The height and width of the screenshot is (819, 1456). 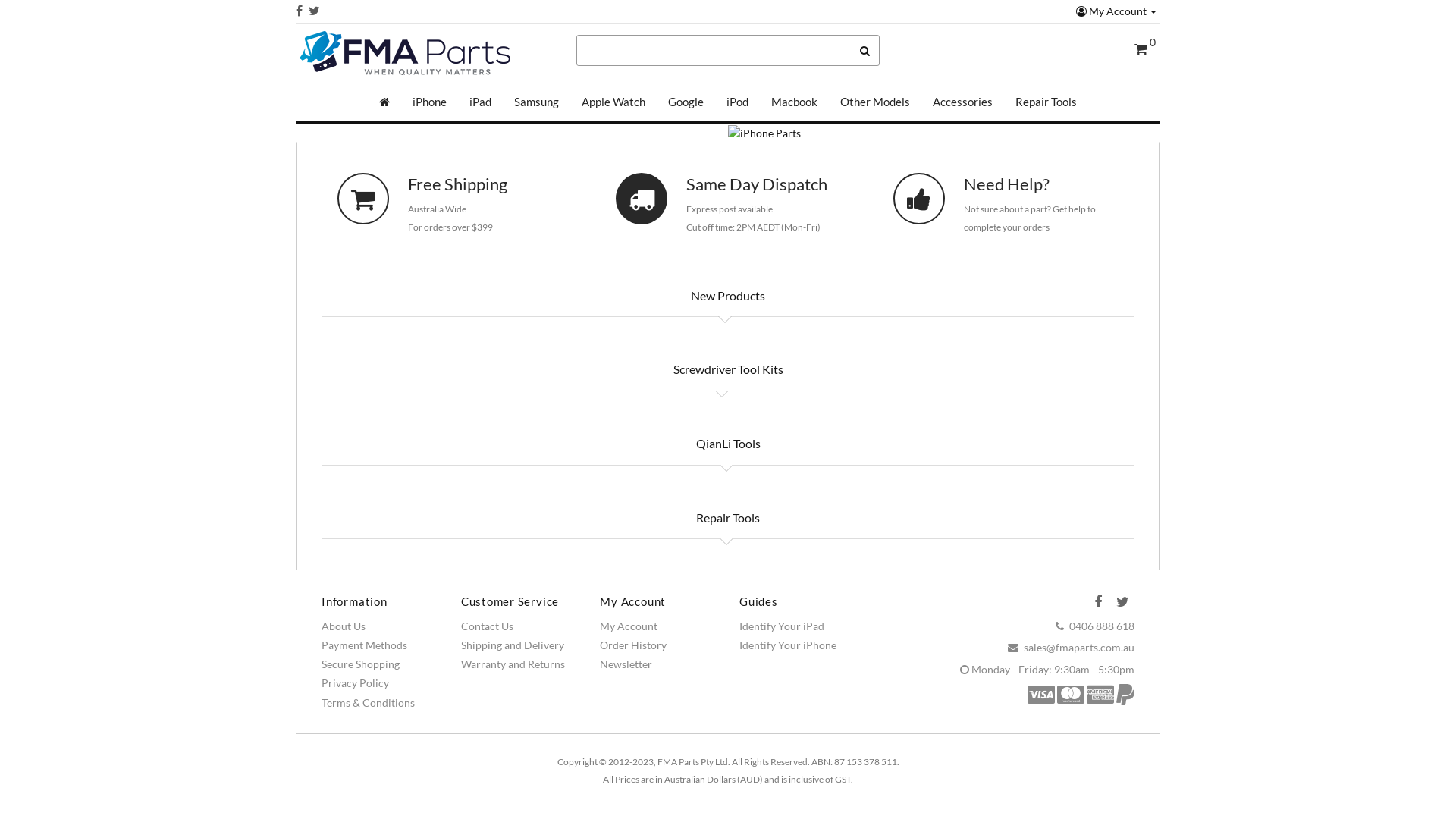 What do you see at coordinates (460, 663) in the screenshot?
I see `'Warranty and Returns'` at bounding box center [460, 663].